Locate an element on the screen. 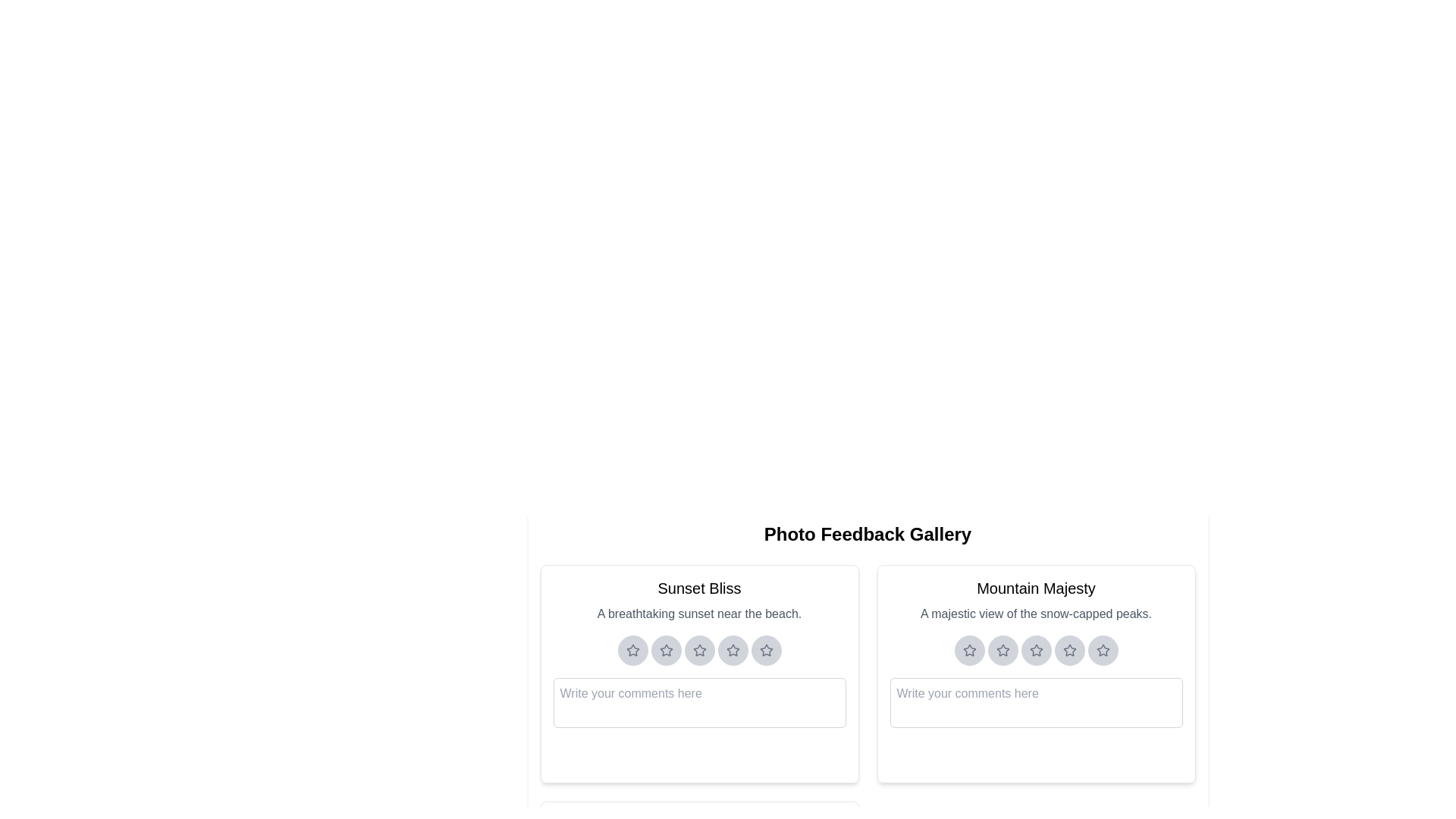 This screenshot has width=1456, height=819. the third star rating button for 'Mountain Majesty' is located at coordinates (1035, 649).